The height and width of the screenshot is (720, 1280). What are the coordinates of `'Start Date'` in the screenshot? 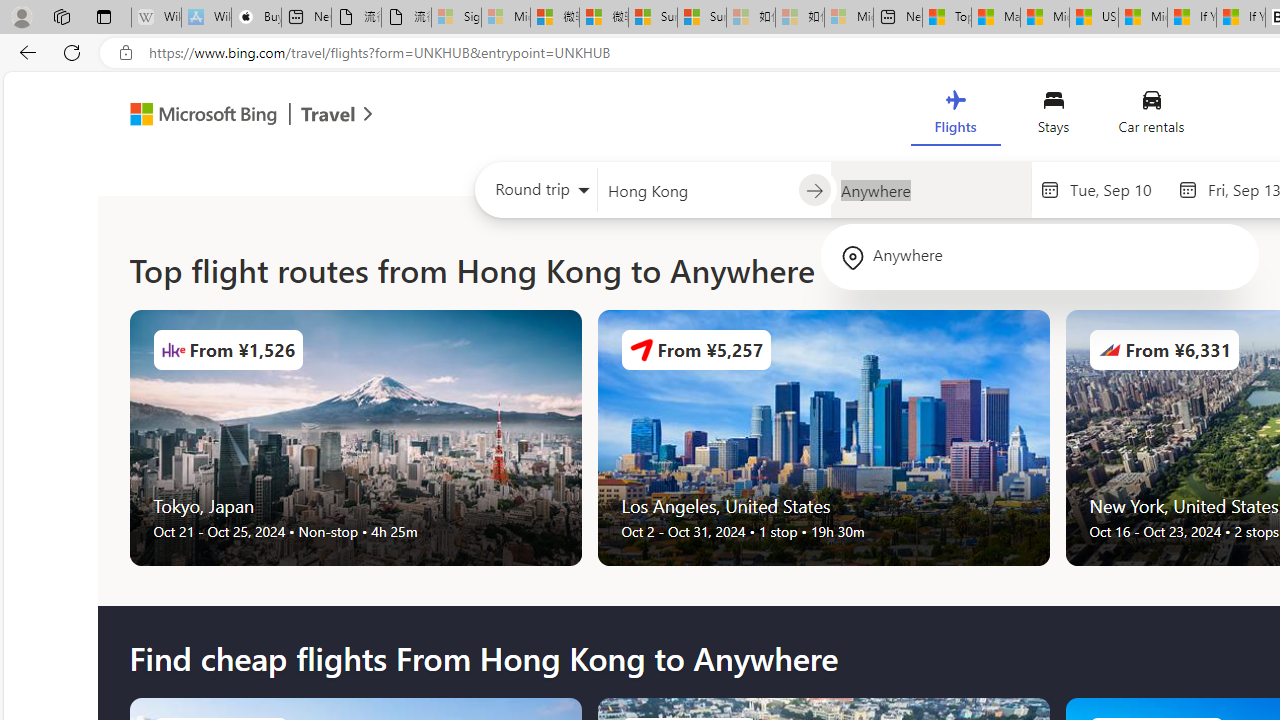 It's located at (1117, 189).